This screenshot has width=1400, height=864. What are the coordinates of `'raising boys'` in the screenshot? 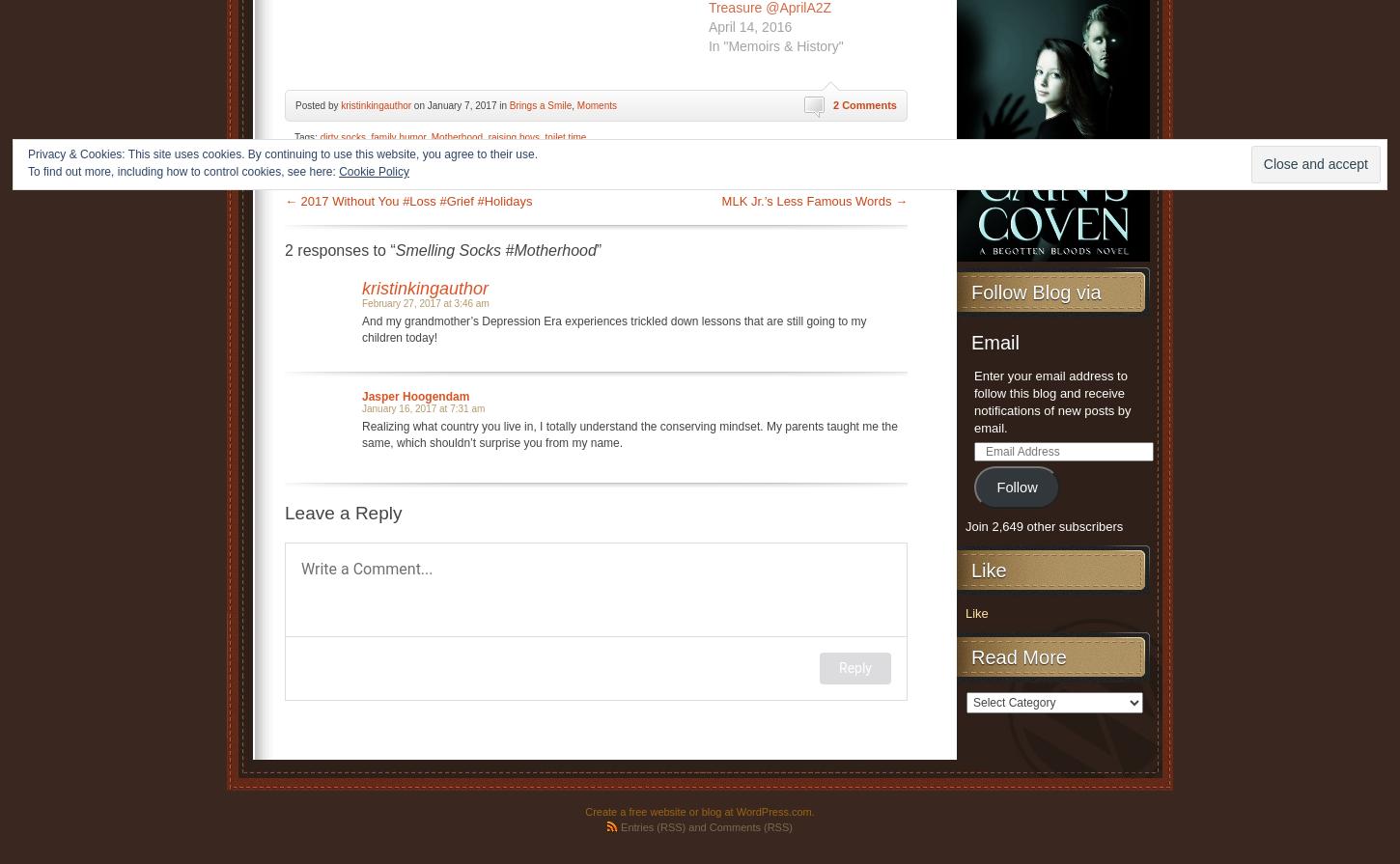 It's located at (514, 136).